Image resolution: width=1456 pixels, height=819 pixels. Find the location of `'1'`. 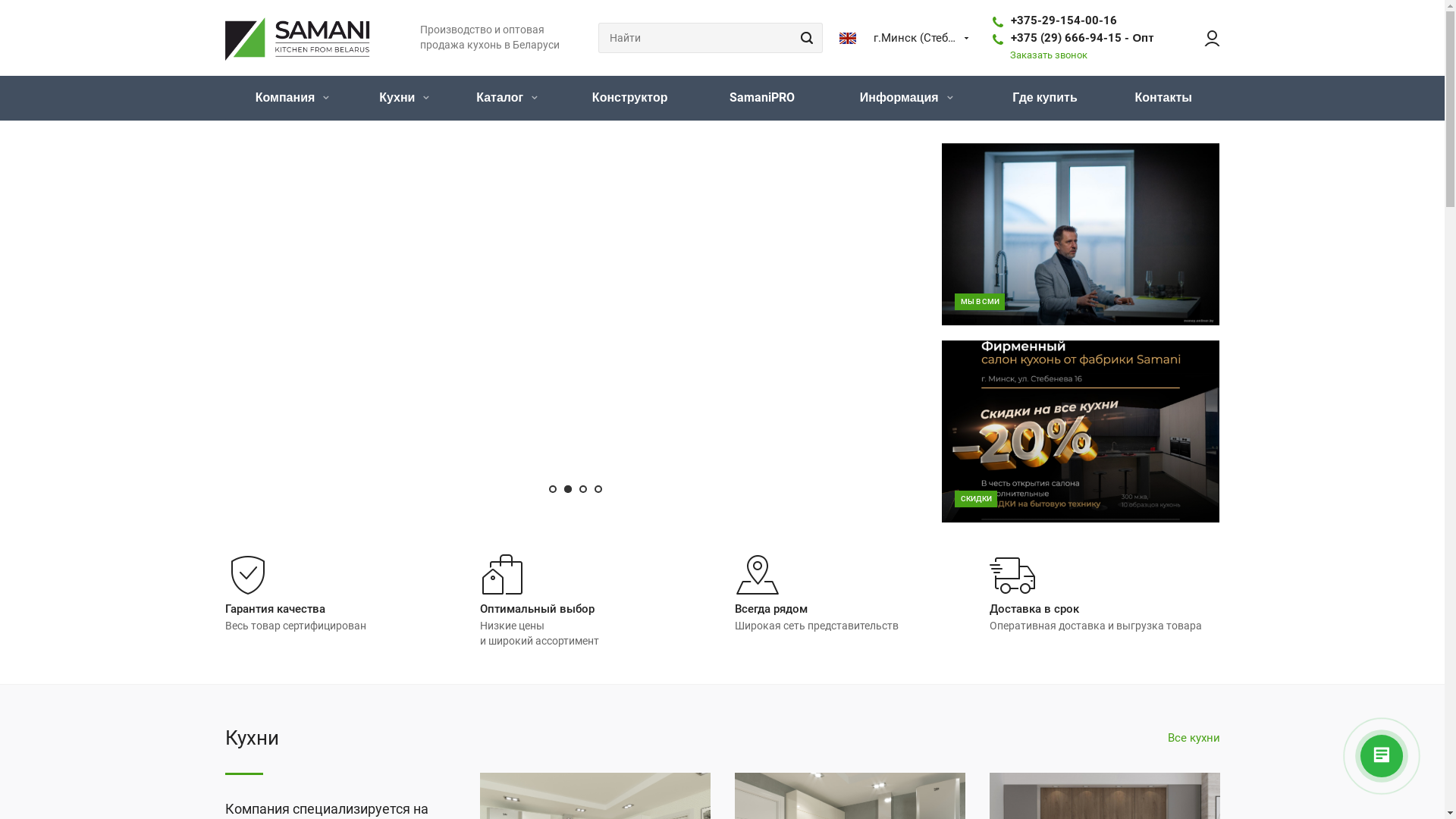

'1' is located at coordinates (552, 488).